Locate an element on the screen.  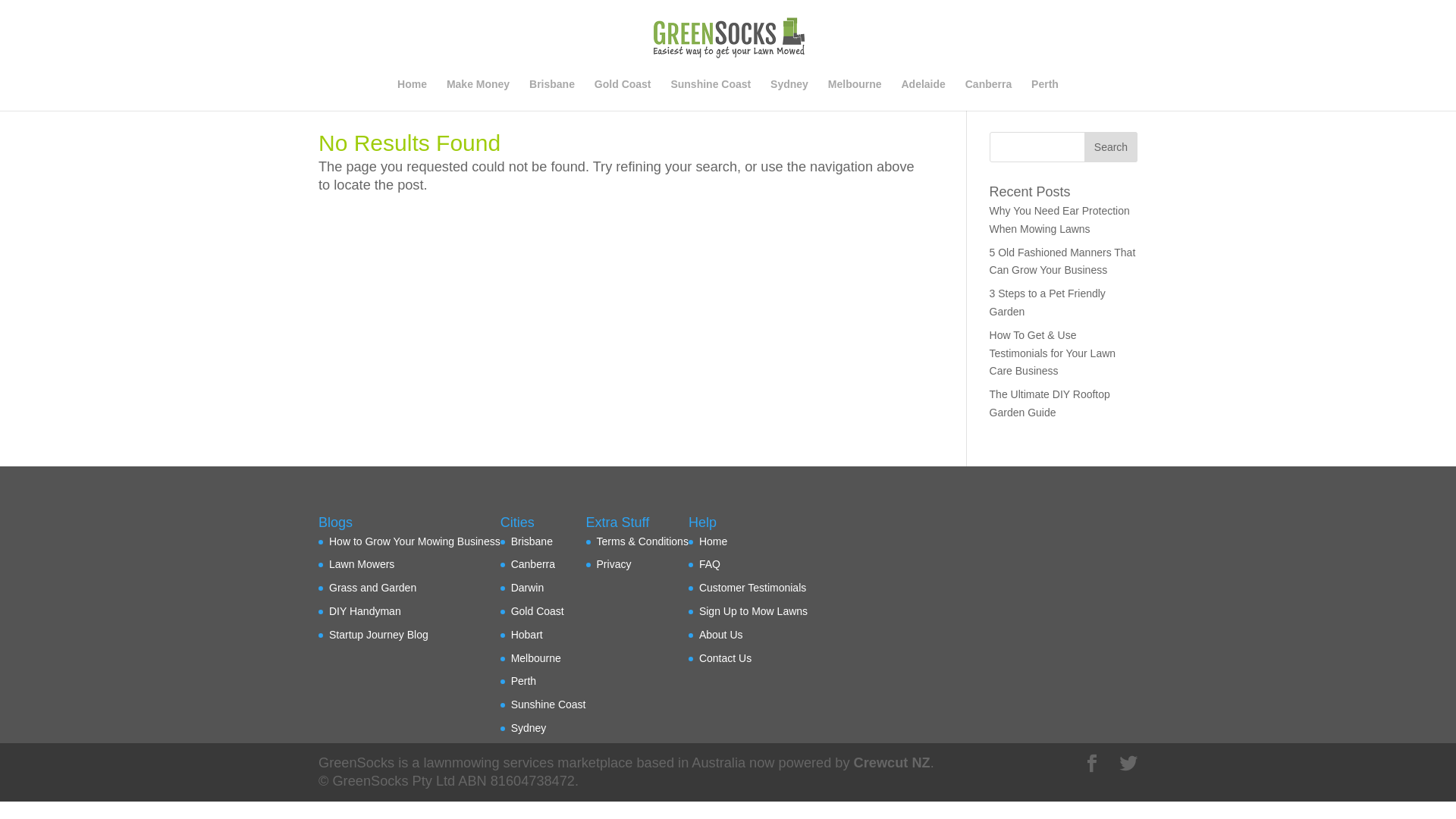
'Search' is located at coordinates (1084, 146).